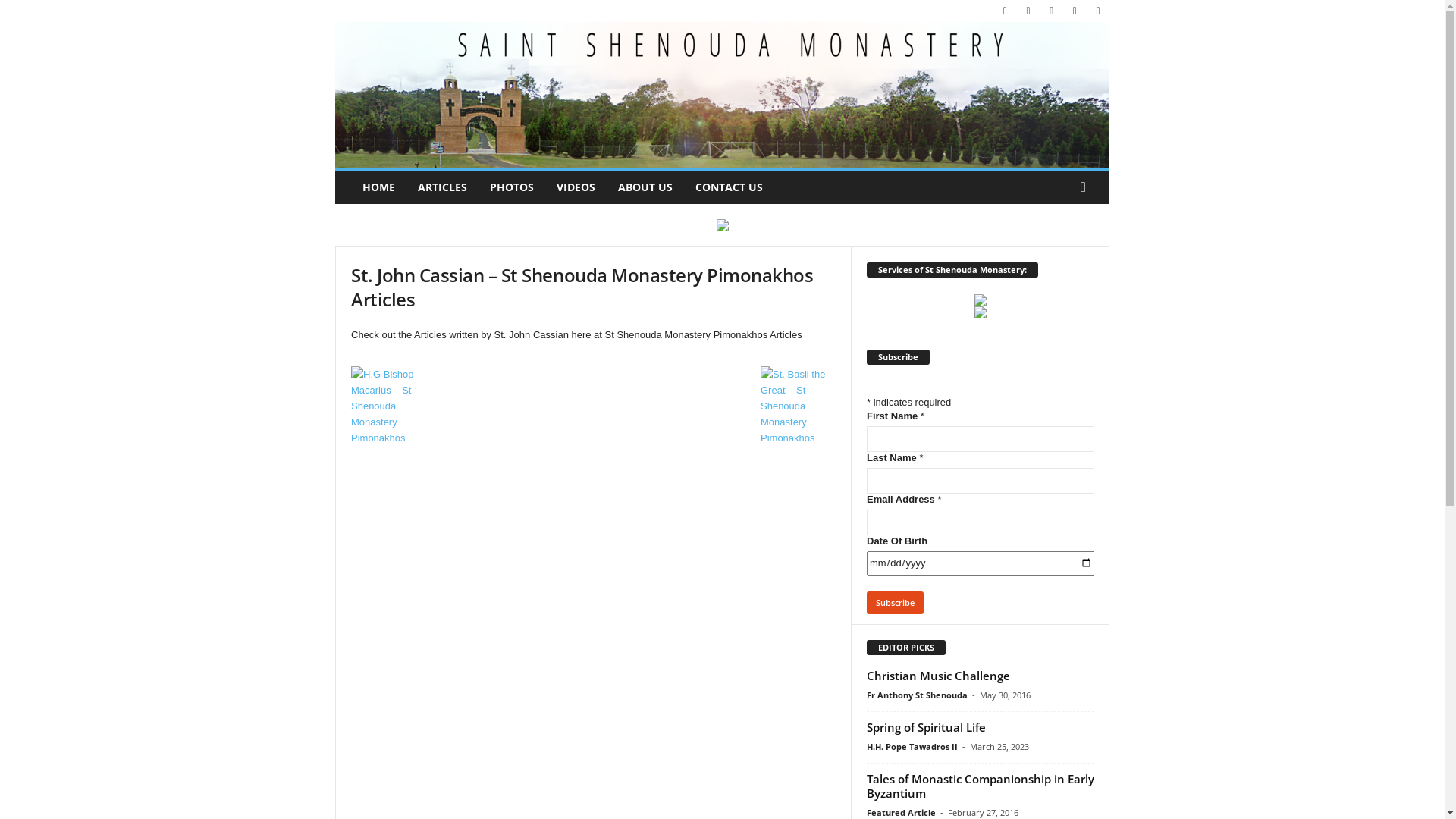 This screenshot has width=1456, height=819. Describe the element at coordinates (334, 94) in the screenshot. I see `'St Shenouda Monastery'` at that location.